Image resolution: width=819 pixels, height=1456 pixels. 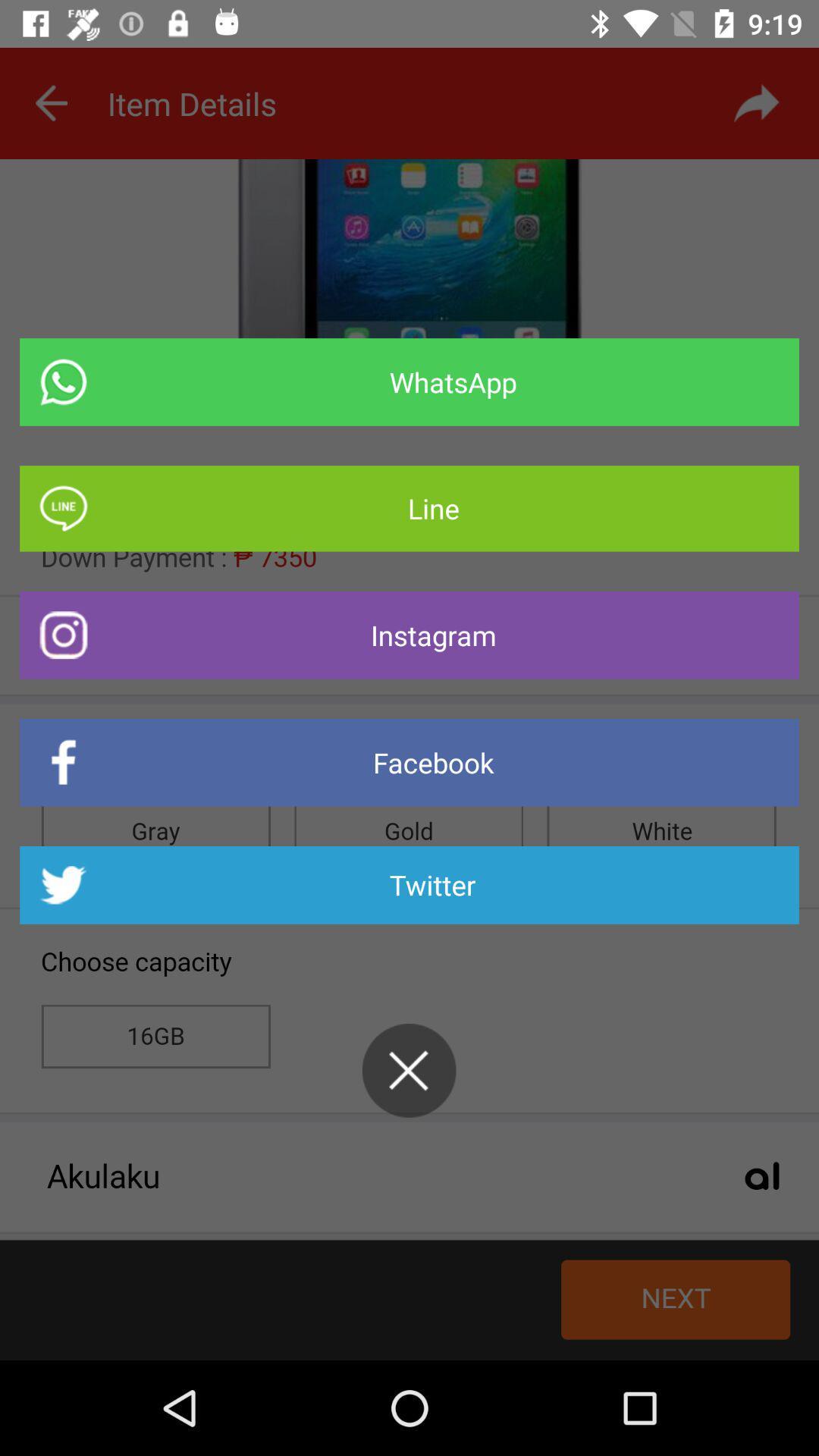 I want to click on facebook icon, so click(x=409, y=762).